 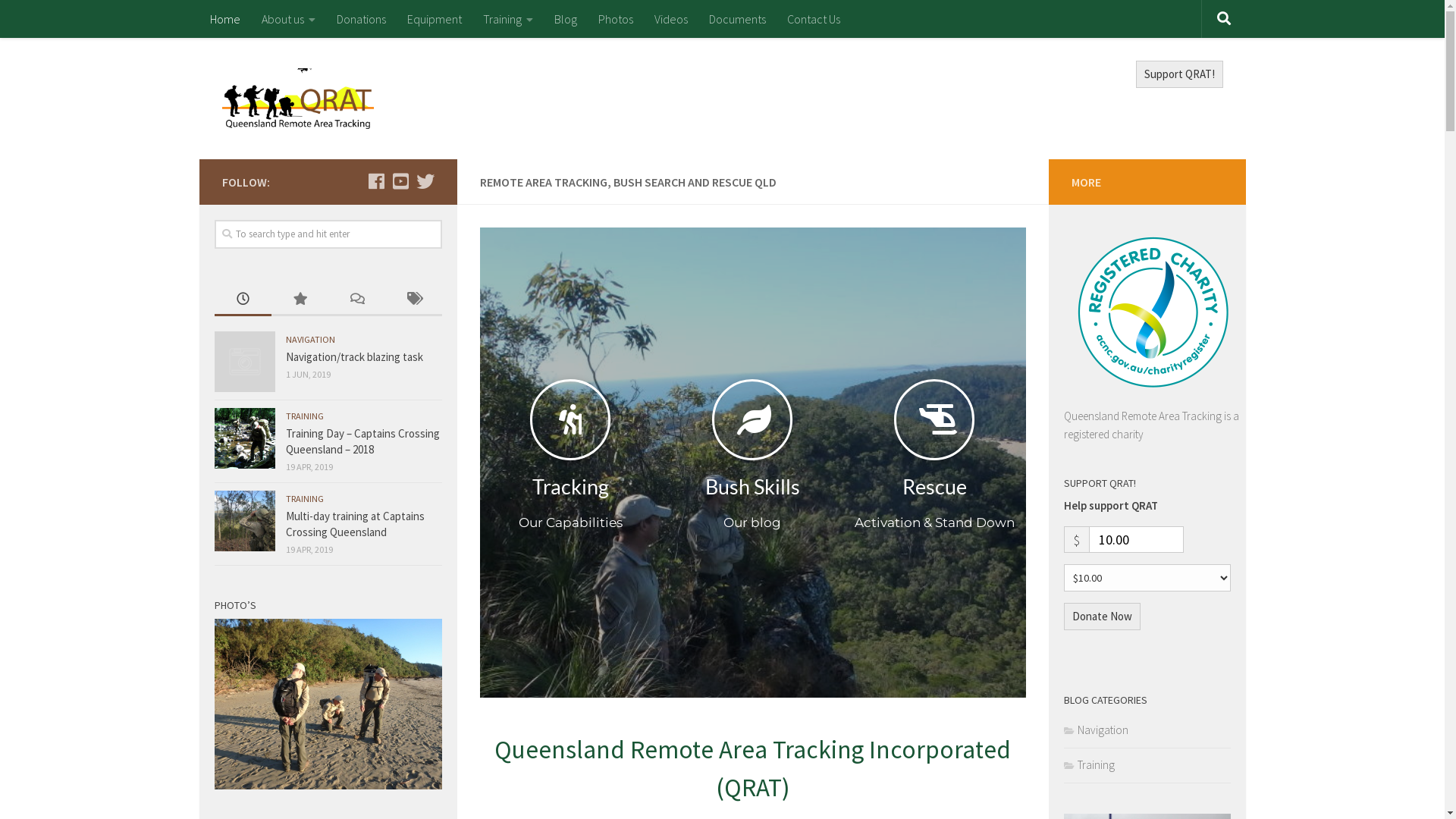 What do you see at coordinates (287, 18) in the screenshot?
I see `'About us'` at bounding box center [287, 18].